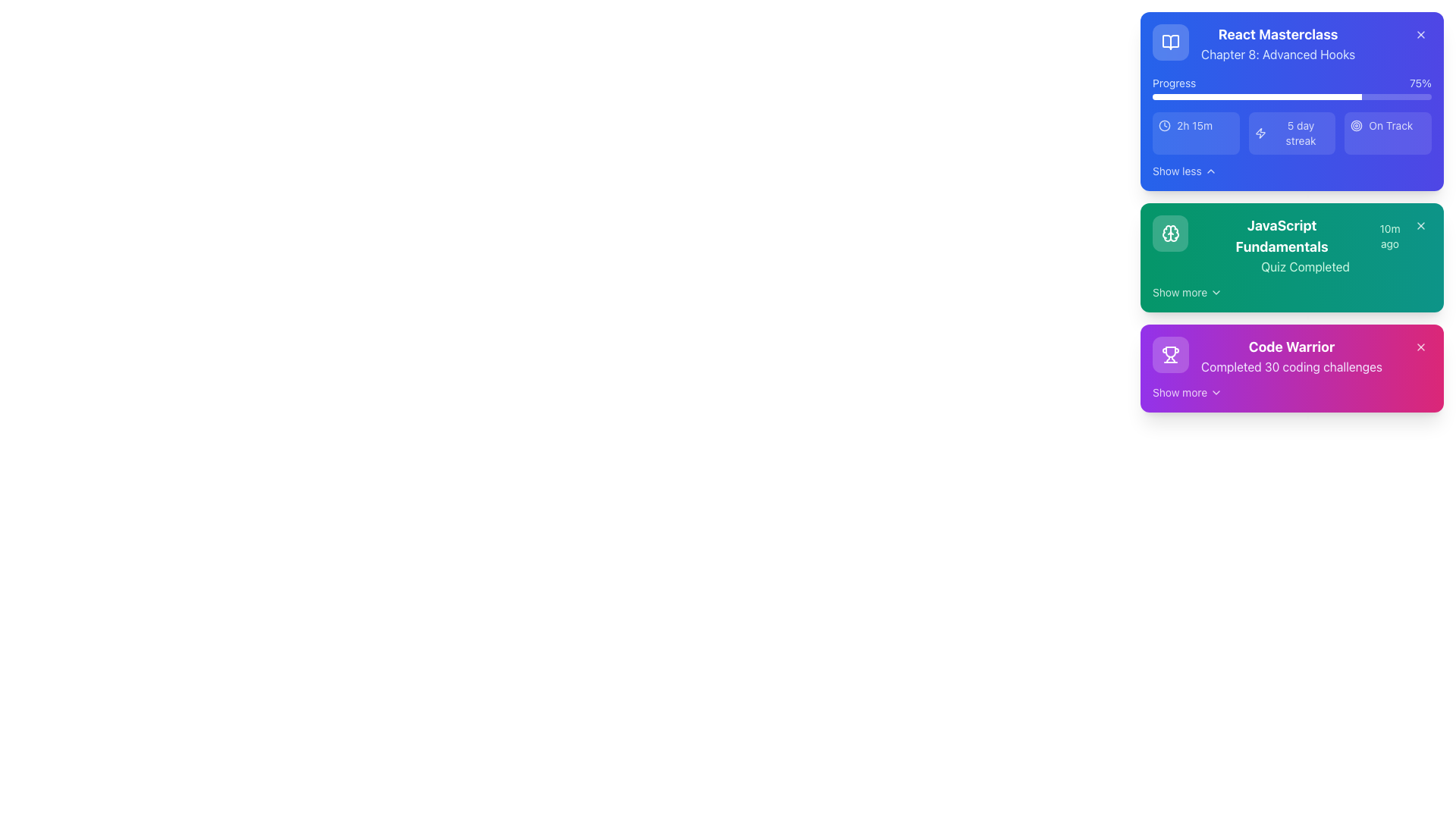 Image resolution: width=1456 pixels, height=819 pixels. Describe the element at coordinates (1260, 133) in the screenshot. I see `the lightning bolt icon located in the second section of the side panel` at that location.